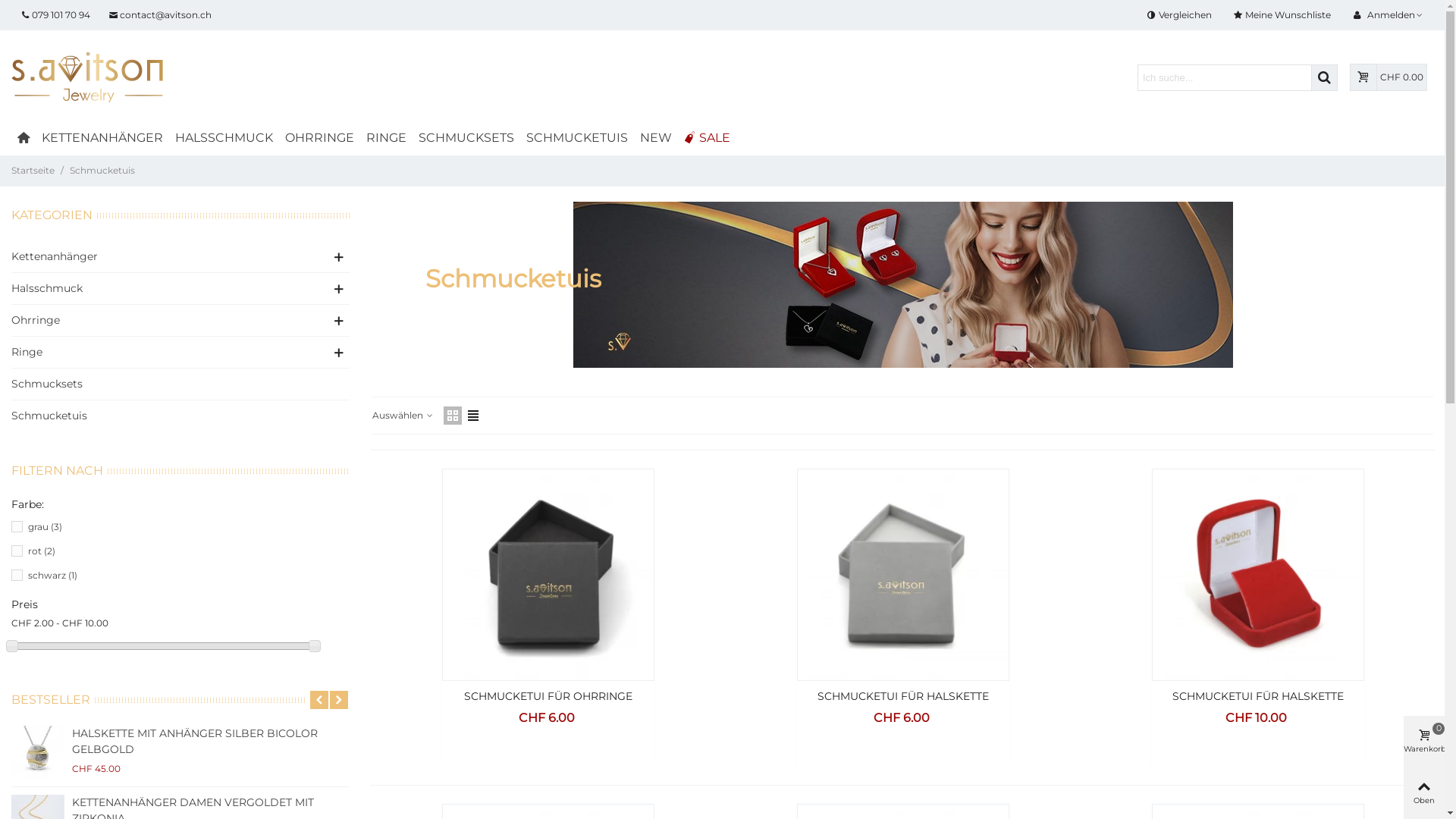  I want to click on 'CHF 0.00', so click(1388, 77).